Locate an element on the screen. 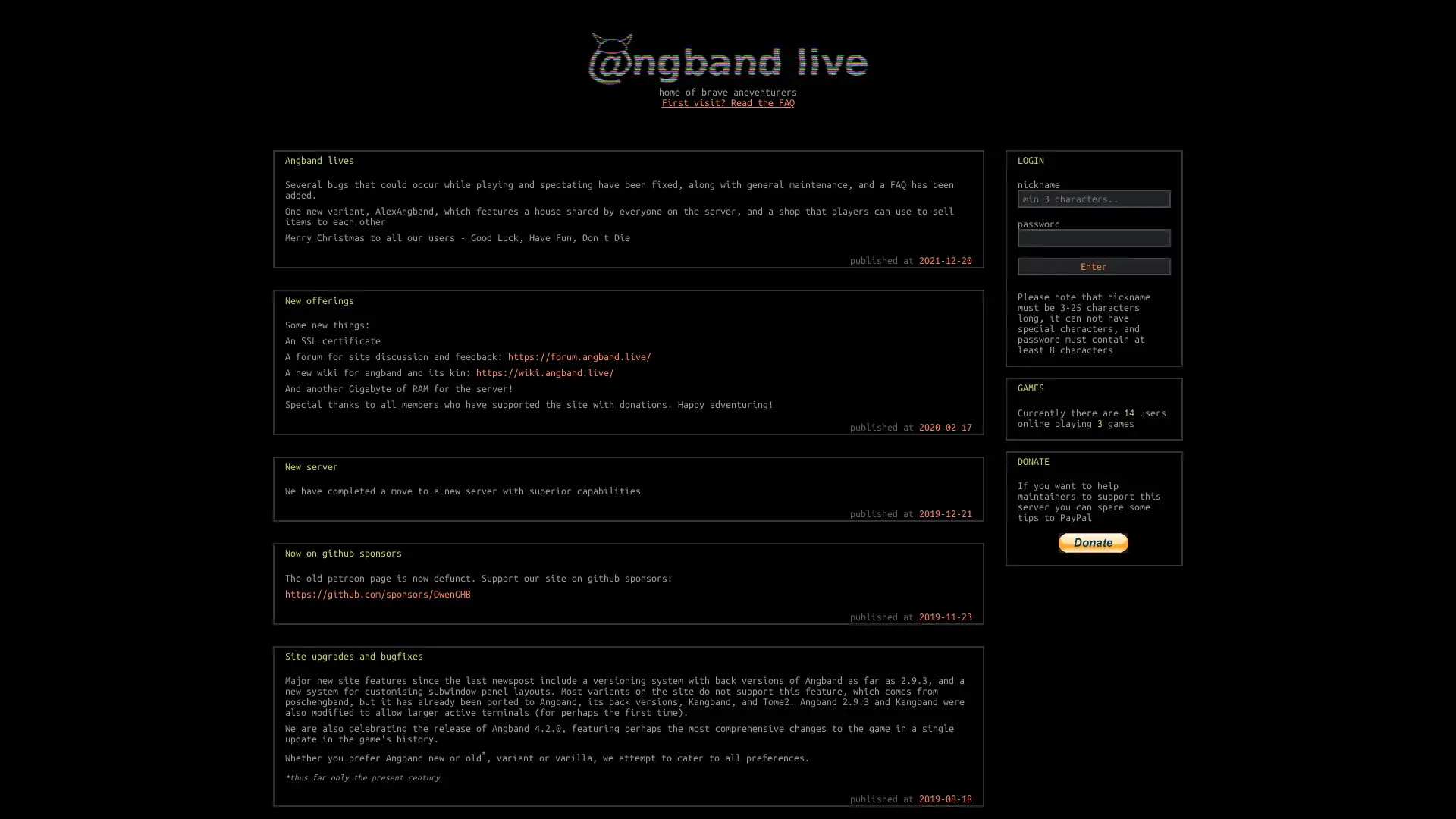  PayPal  The safer, easier way to pay online! is located at coordinates (1093, 541).